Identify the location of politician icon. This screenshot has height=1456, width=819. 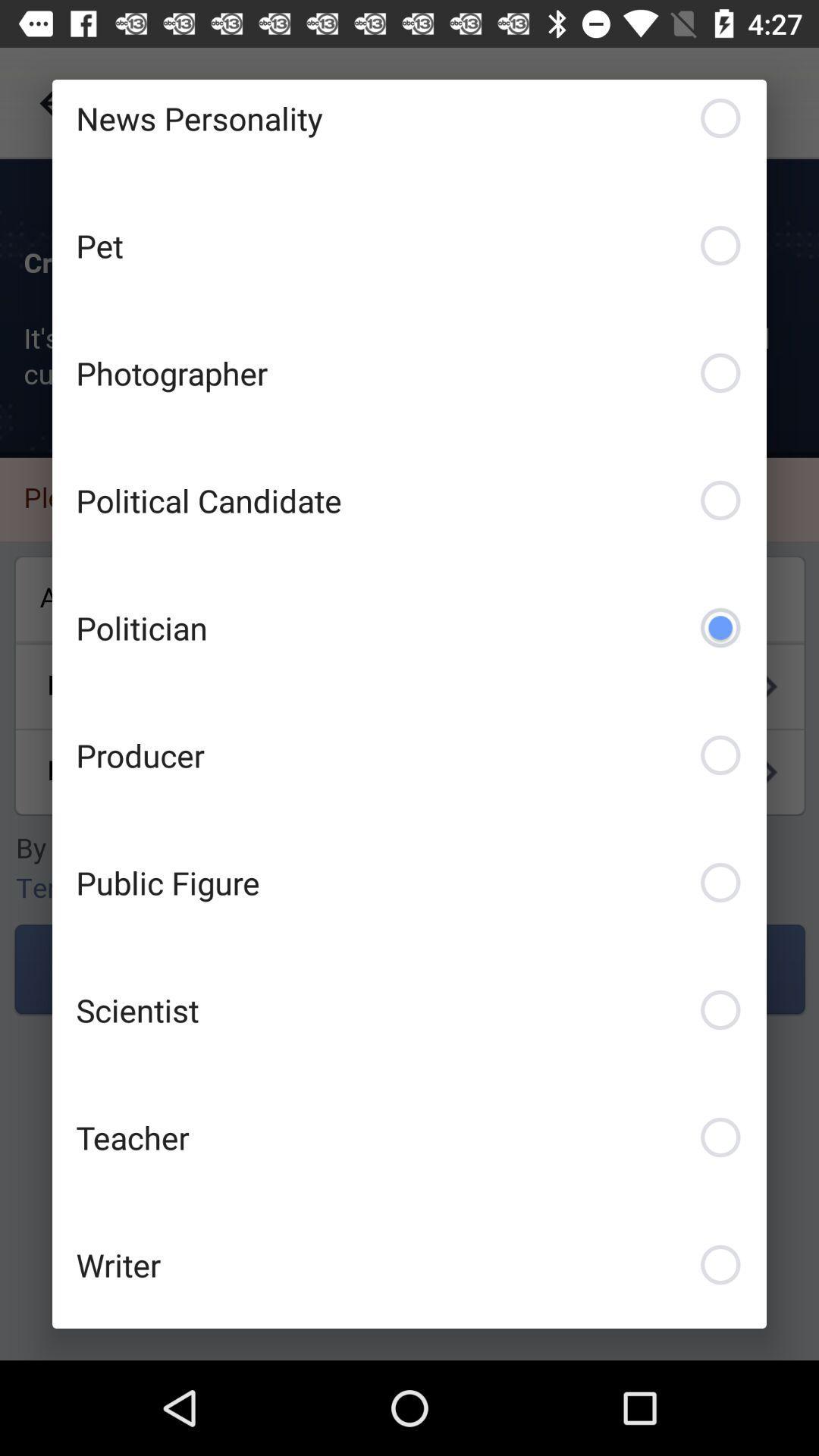
(409, 627).